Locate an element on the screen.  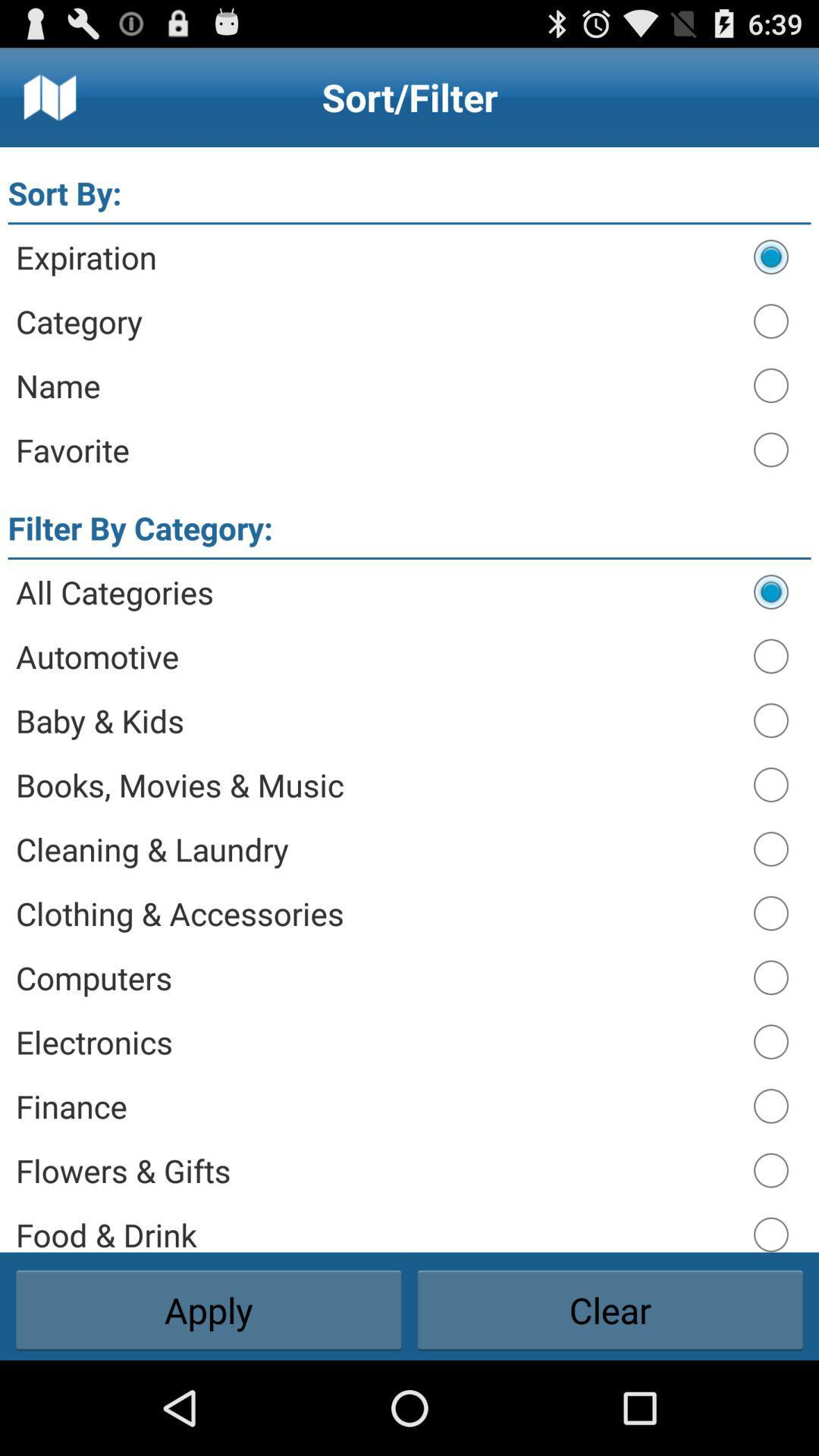
clear is located at coordinates (610, 1310).